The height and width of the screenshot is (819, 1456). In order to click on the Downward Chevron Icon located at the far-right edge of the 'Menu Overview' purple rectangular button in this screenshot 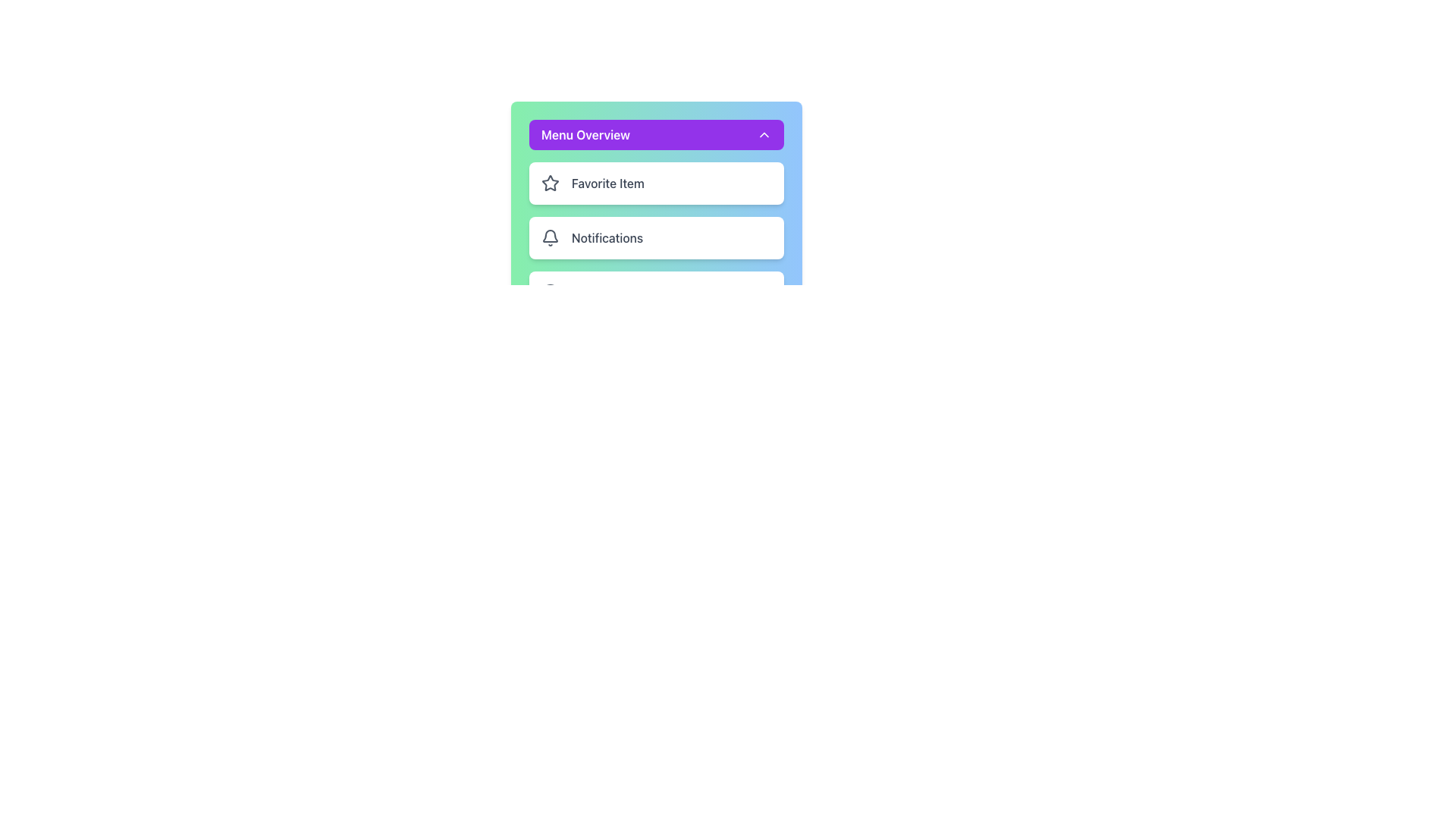, I will do `click(764, 133)`.